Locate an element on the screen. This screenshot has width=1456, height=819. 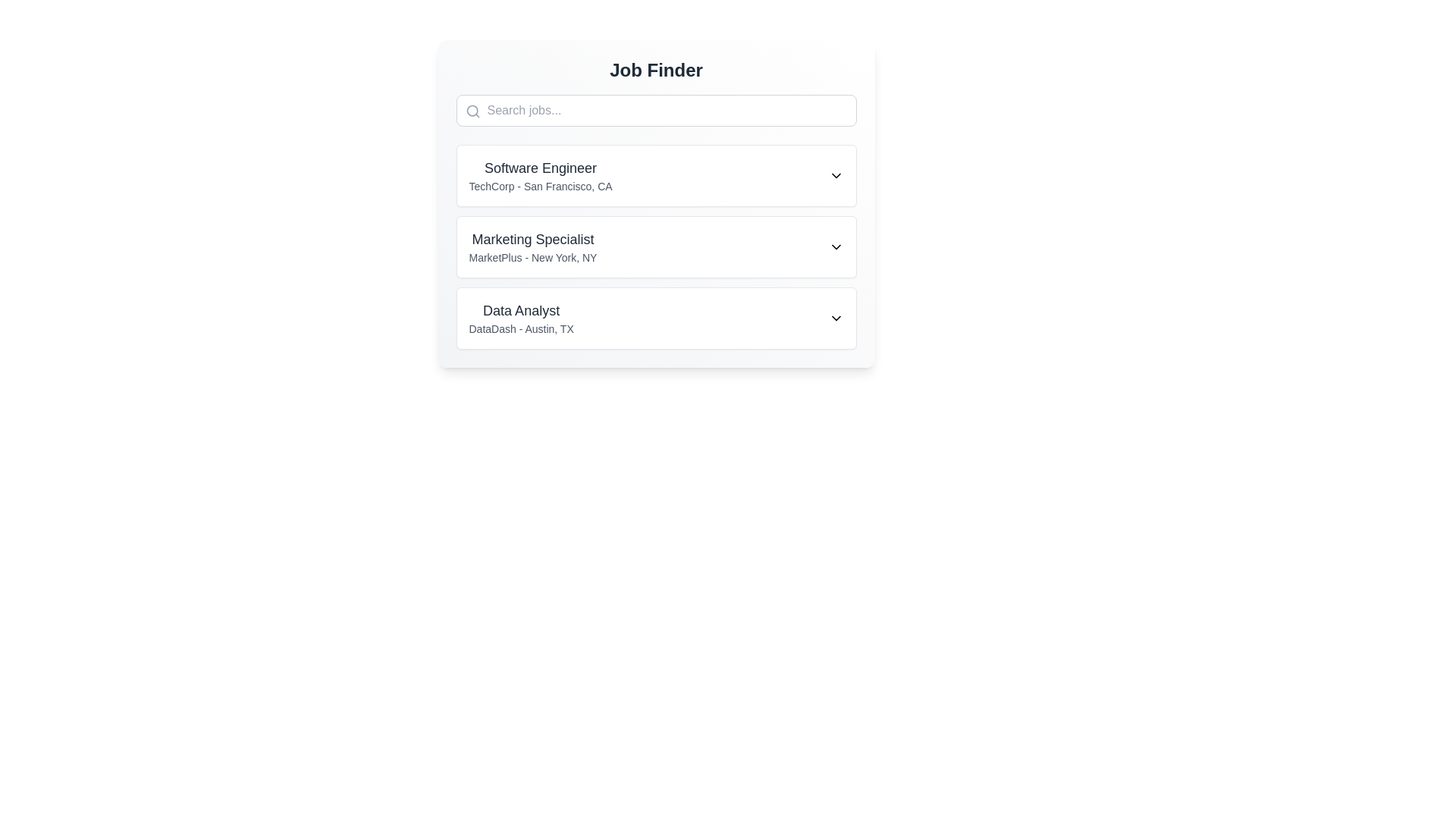
on the first job listing in the 'Job Finder' module is located at coordinates (656, 174).